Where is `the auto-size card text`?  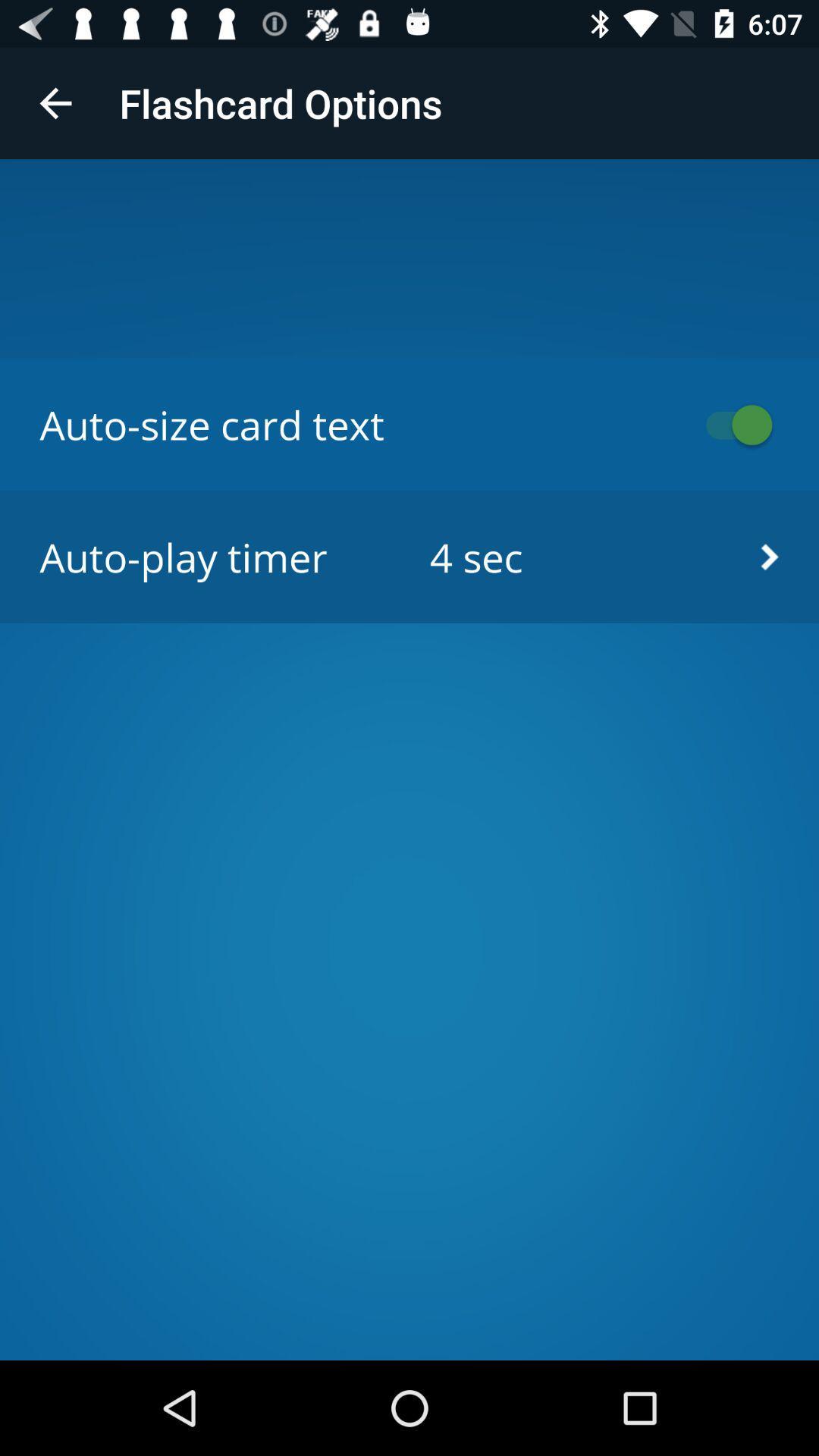
the auto-size card text is located at coordinates (731, 425).